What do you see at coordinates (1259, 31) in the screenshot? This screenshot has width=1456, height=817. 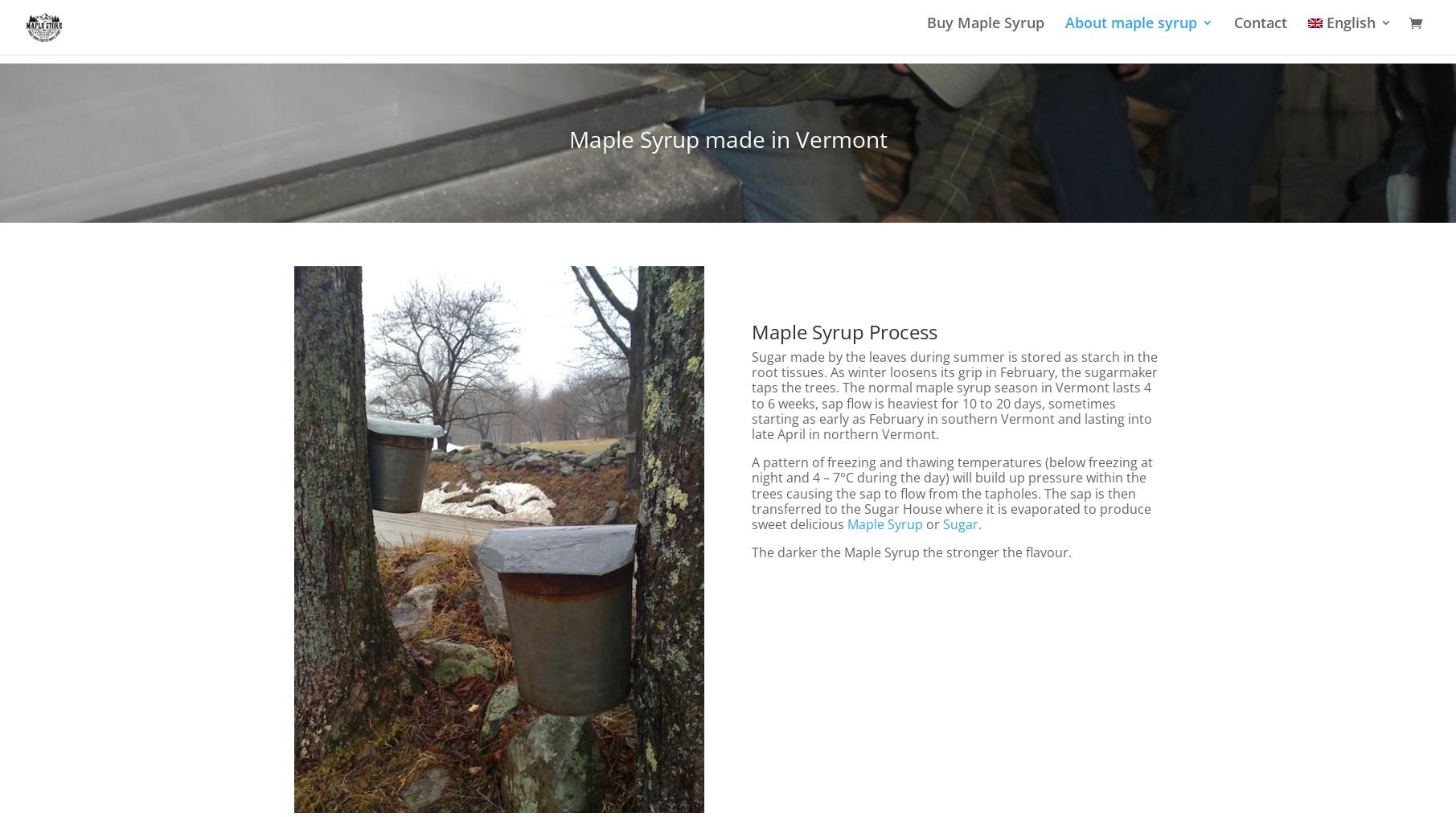 I see `'Contact'` at bounding box center [1259, 31].